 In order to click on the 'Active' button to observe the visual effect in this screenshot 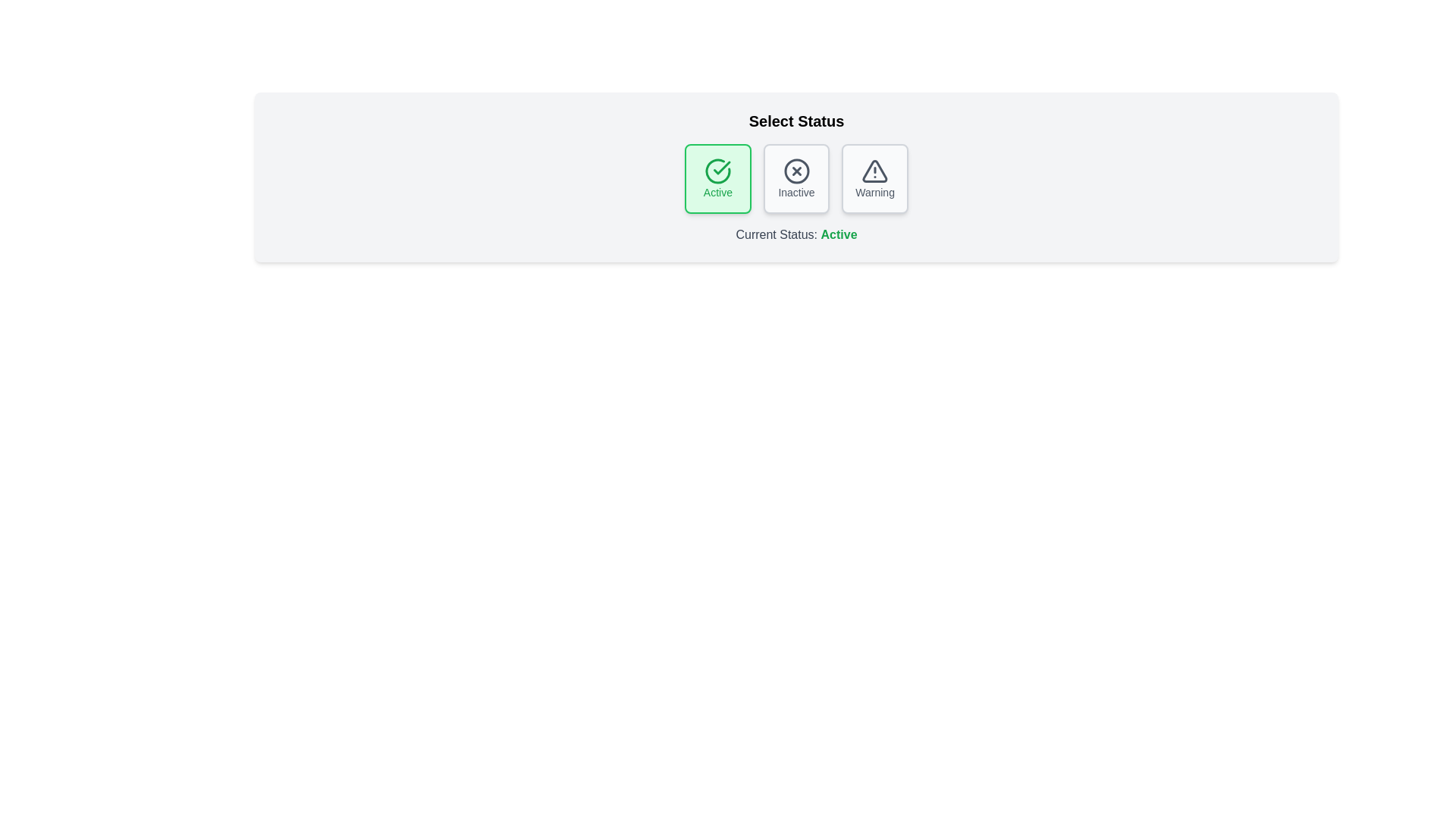, I will do `click(717, 177)`.